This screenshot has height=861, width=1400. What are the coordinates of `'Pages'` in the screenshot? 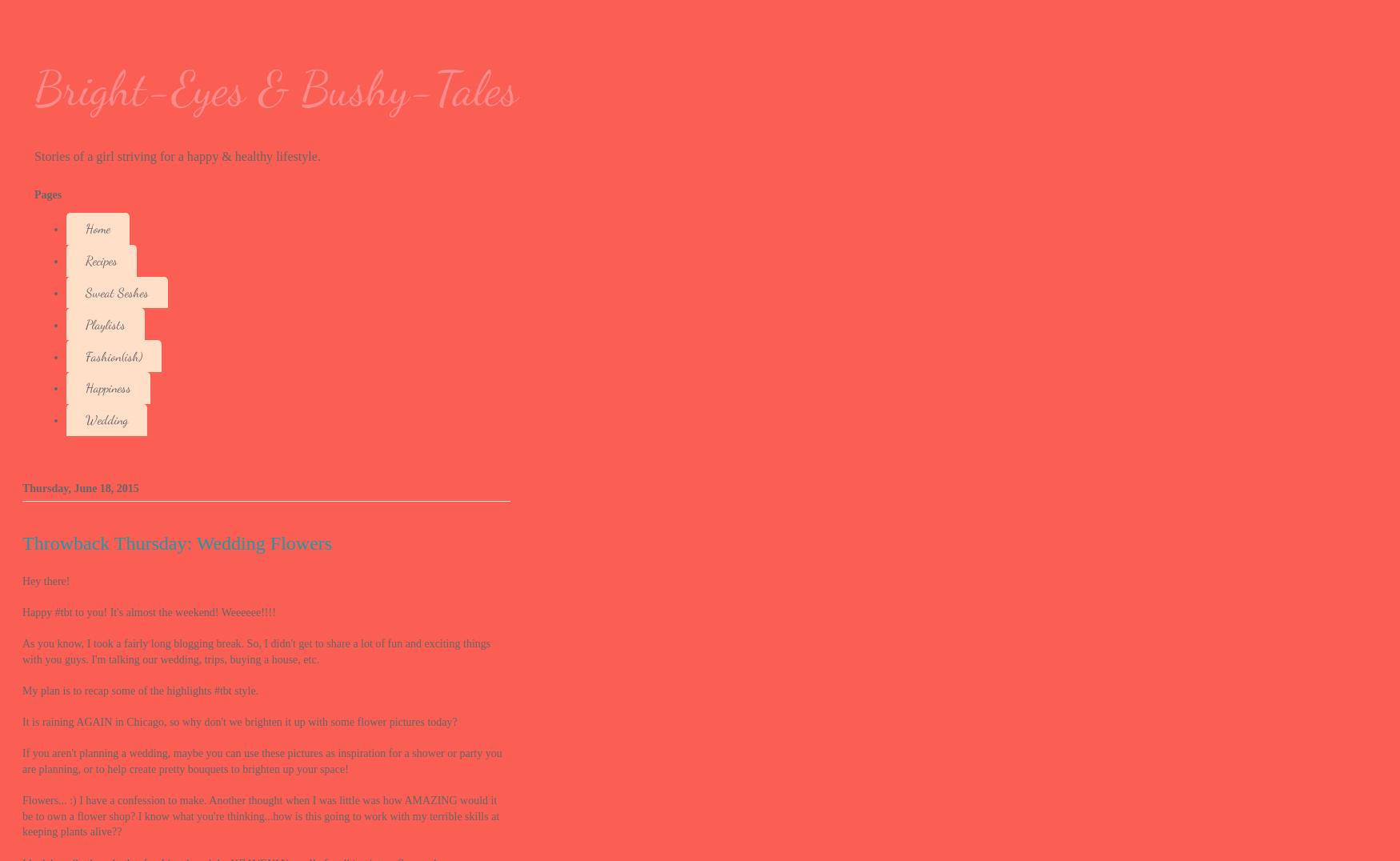 It's located at (47, 194).